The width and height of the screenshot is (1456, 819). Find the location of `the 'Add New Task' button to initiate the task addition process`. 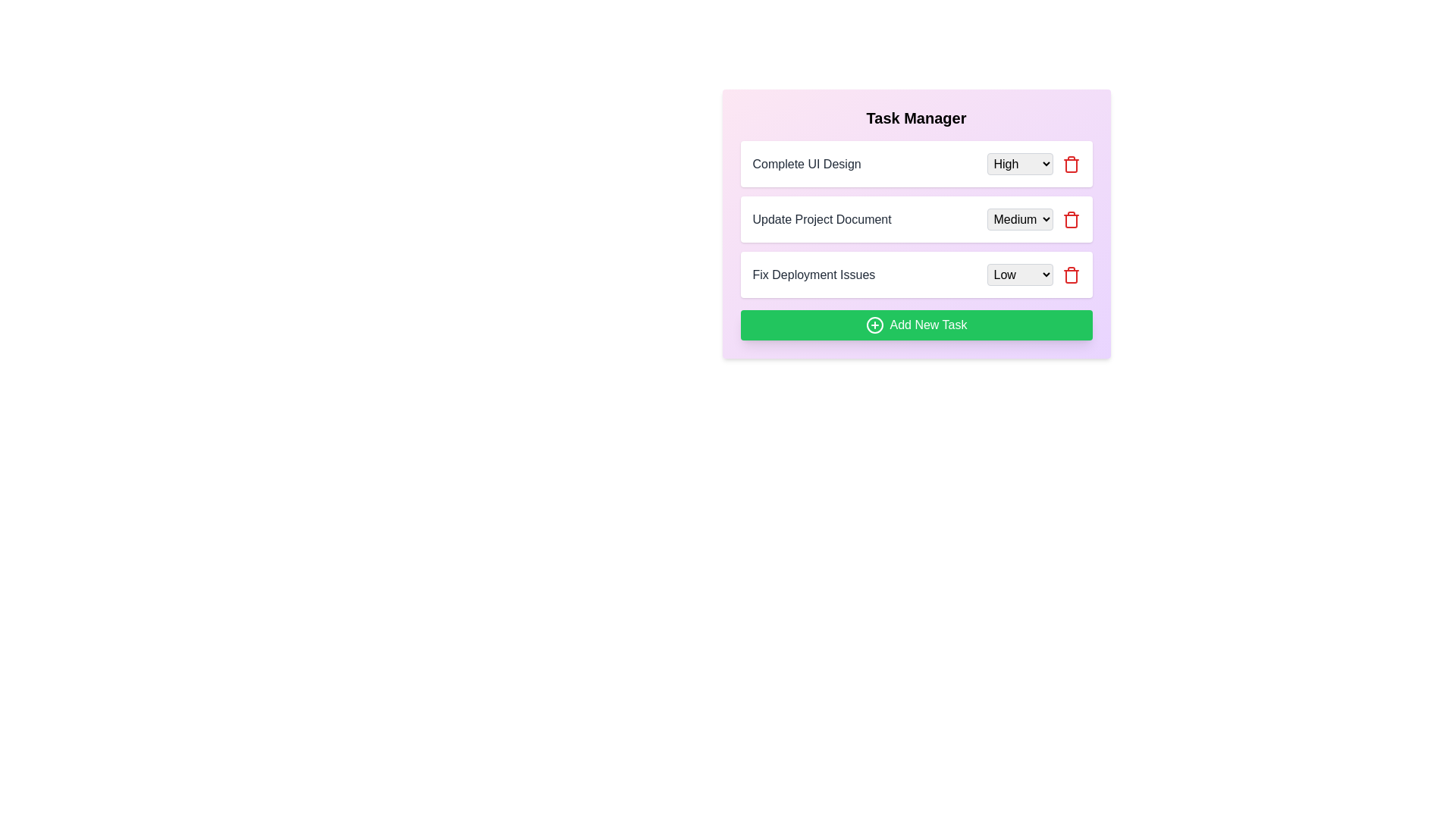

the 'Add New Task' button to initiate the task addition process is located at coordinates (915, 324).